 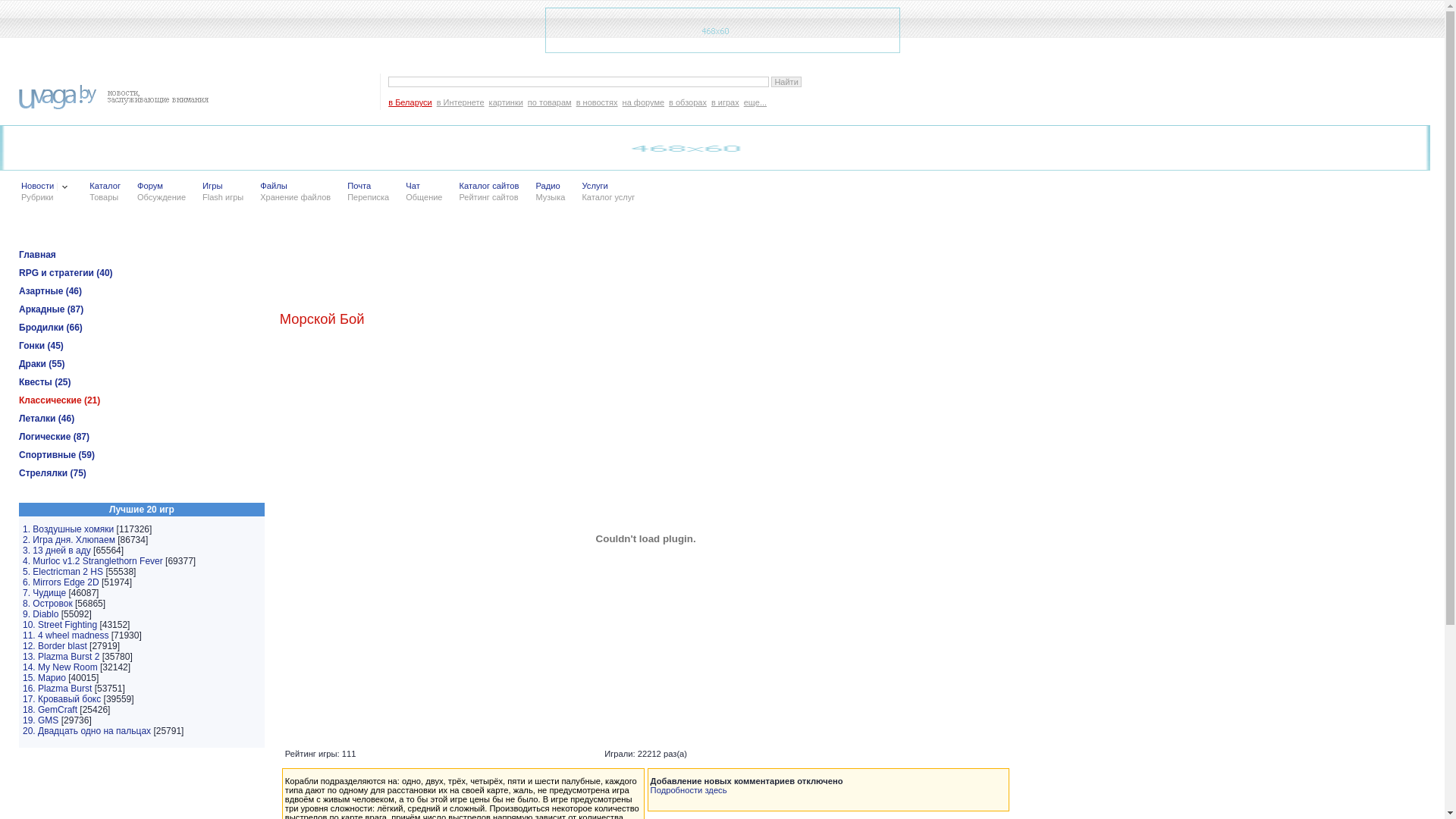 What do you see at coordinates (61, 656) in the screenshot?
I see `'13. Plazma Burst 2'` at bounding box center [61, 656].